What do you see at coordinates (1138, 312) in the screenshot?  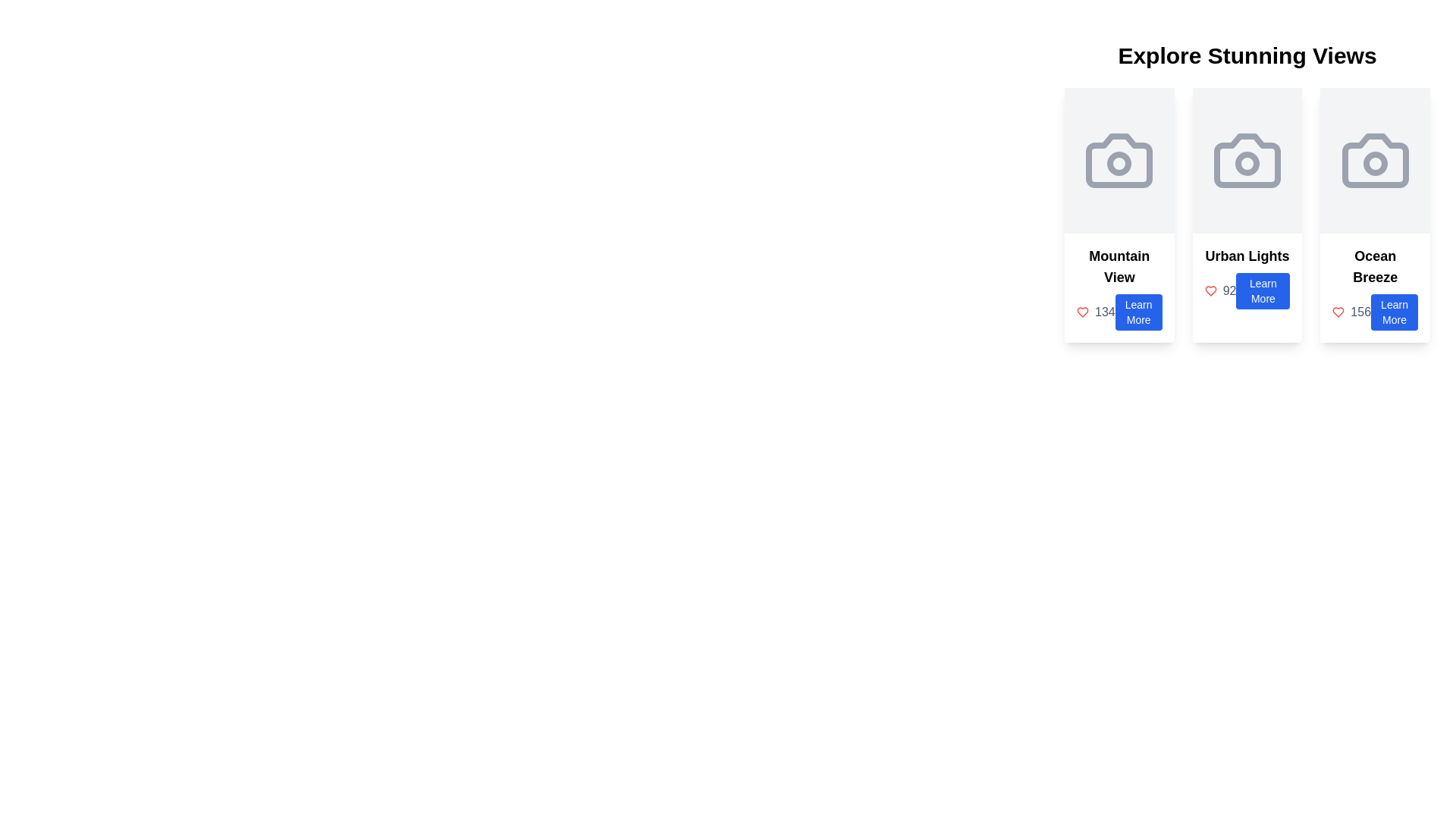 I see `the 'Learn More' button with a blue background located under the text '134' in the leftmost card of the series of cards` at bounding box center [1138, 312].